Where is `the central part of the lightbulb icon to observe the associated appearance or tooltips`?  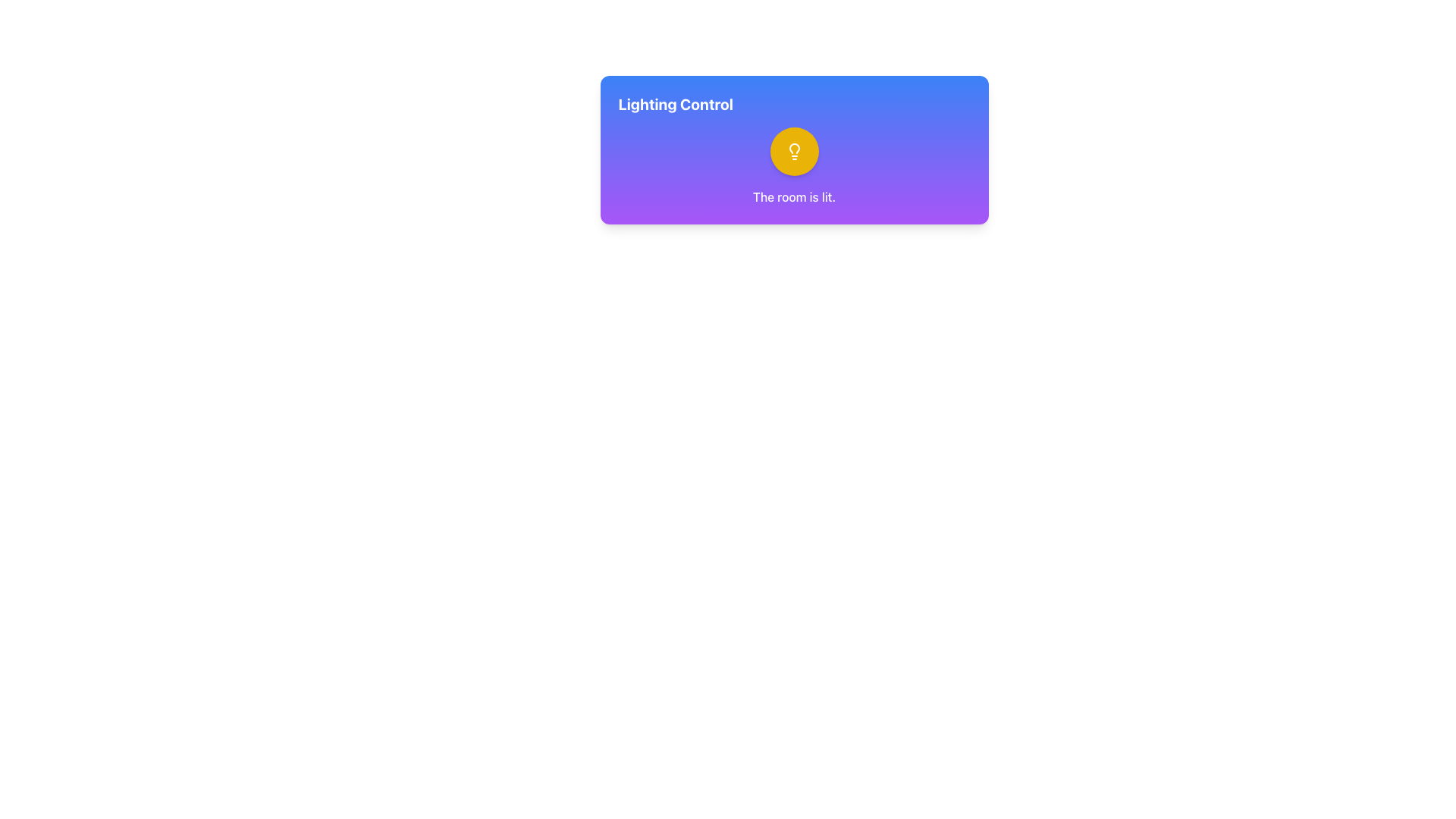 the central part of the lightbulb icon to observe the associated appearance or tooltips is located at coordinates (793, 149).